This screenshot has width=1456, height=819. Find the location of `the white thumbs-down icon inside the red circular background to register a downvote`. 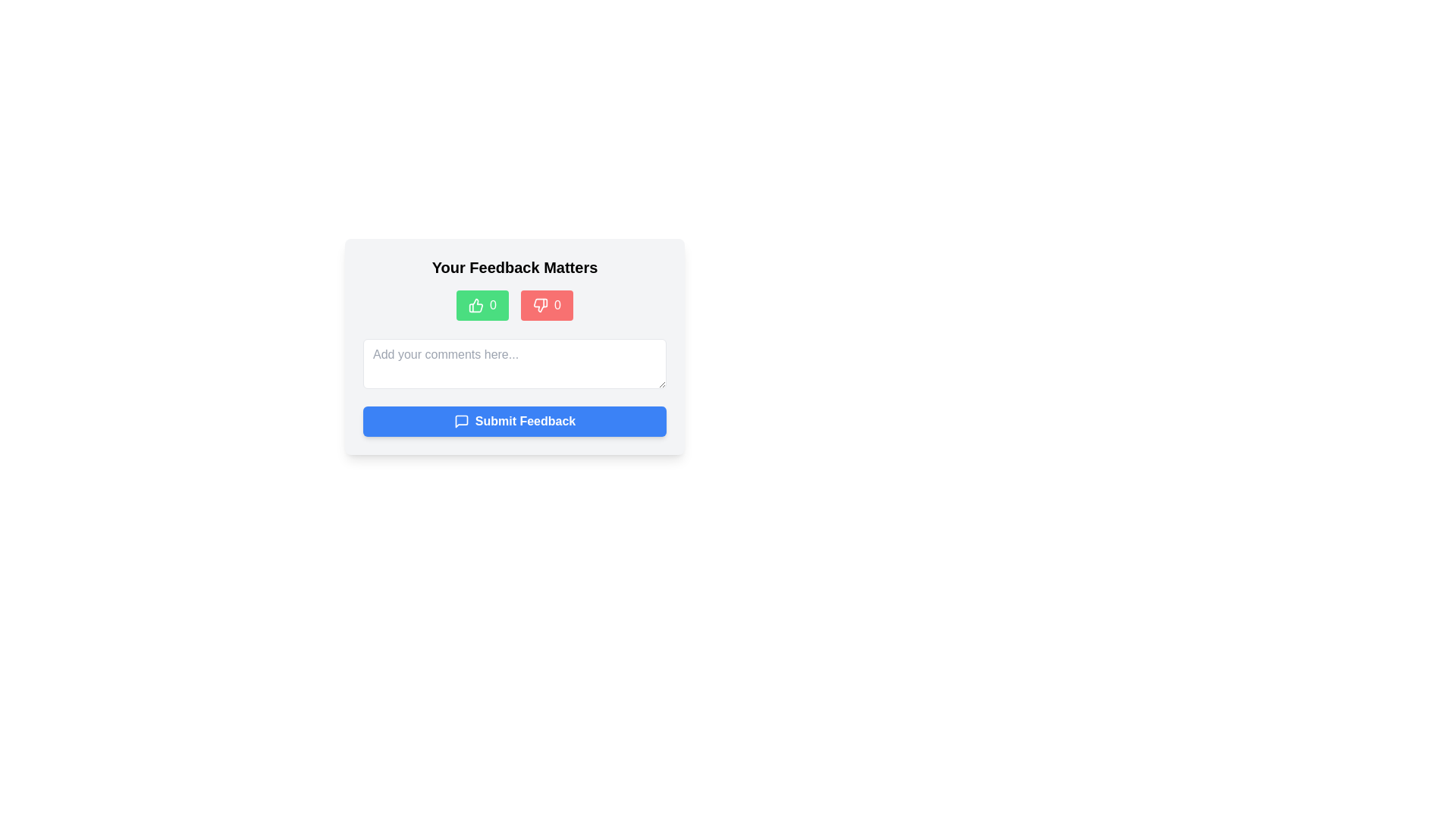

the white thumbs-down icon inside the red circular background to register a downvote is located at coordinates (541, 305).